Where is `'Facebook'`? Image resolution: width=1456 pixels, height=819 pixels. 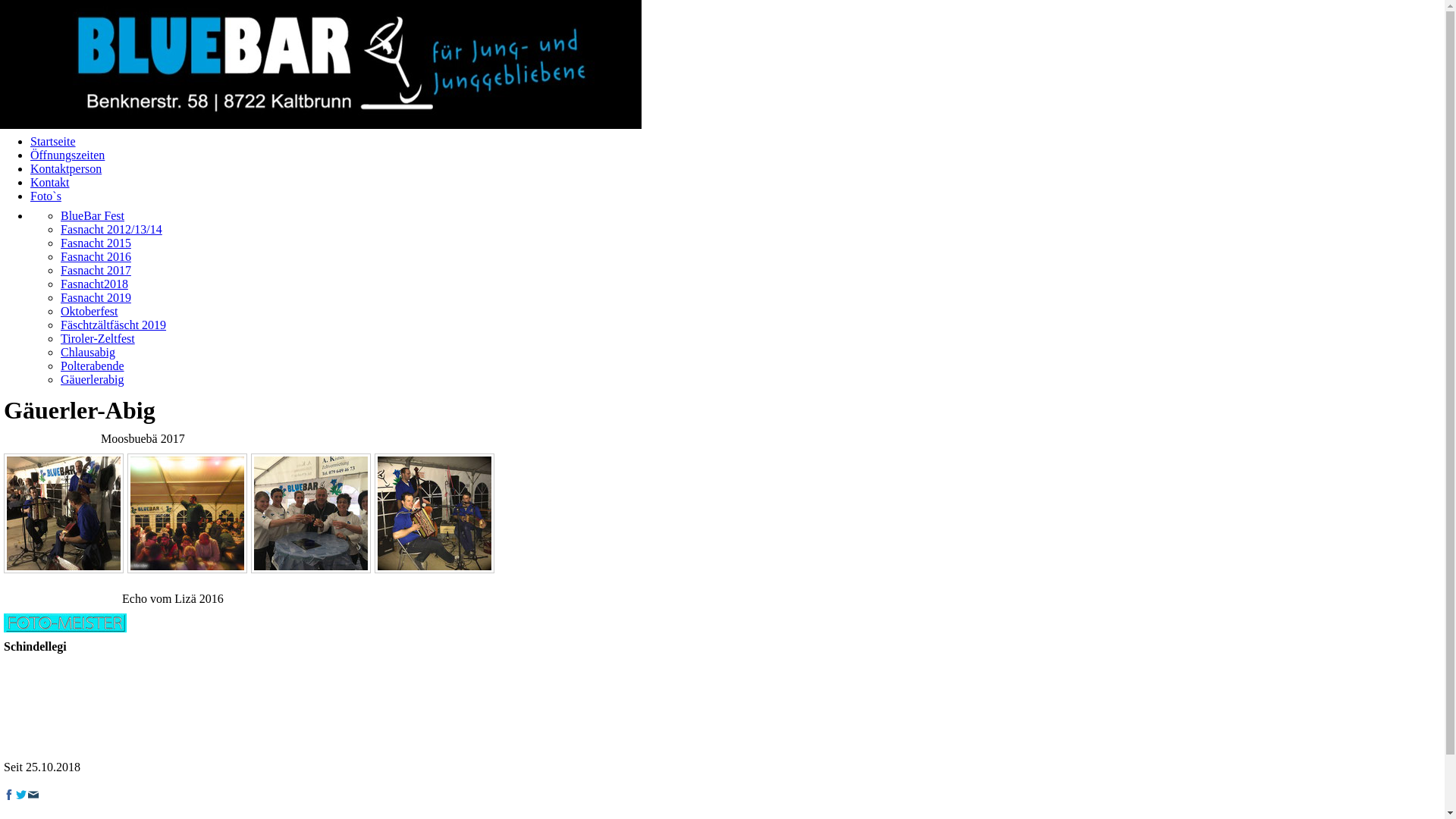 'Facebook' is located at coordinates (8, 794).